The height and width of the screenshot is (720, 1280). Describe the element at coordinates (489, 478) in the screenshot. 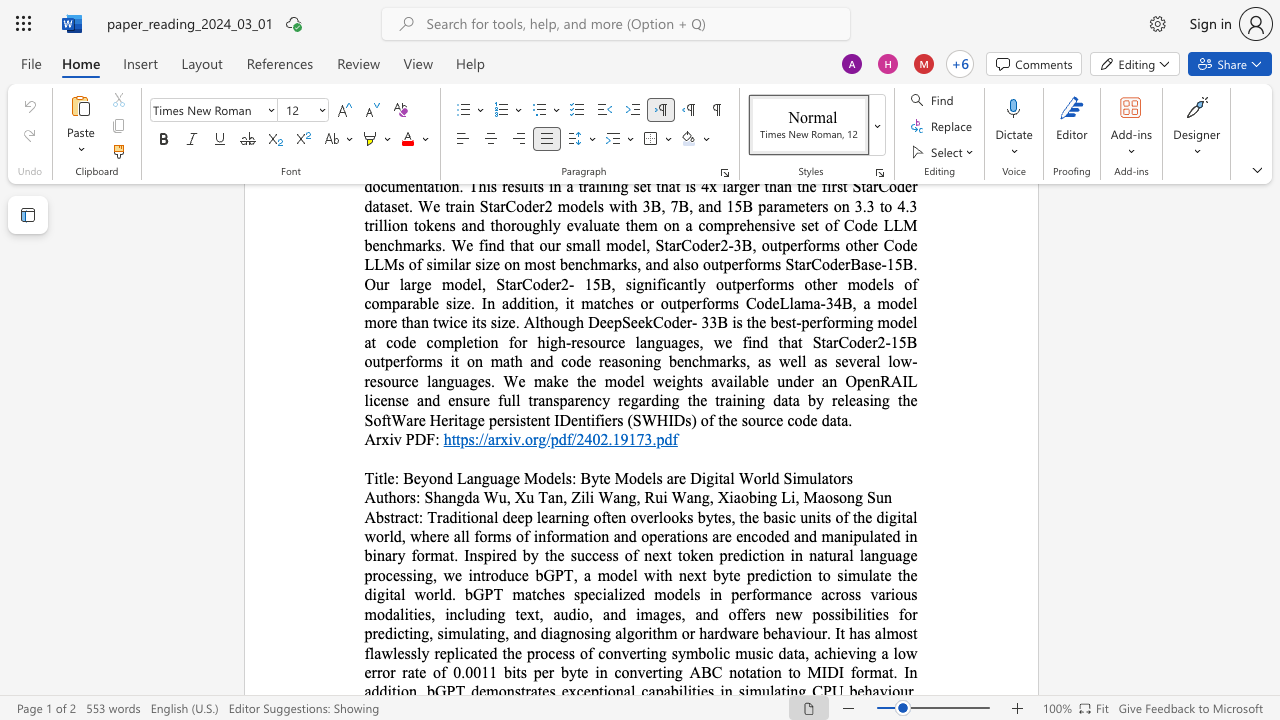

I see `the space between the continuous character "g" and "u" in the text` at that location.